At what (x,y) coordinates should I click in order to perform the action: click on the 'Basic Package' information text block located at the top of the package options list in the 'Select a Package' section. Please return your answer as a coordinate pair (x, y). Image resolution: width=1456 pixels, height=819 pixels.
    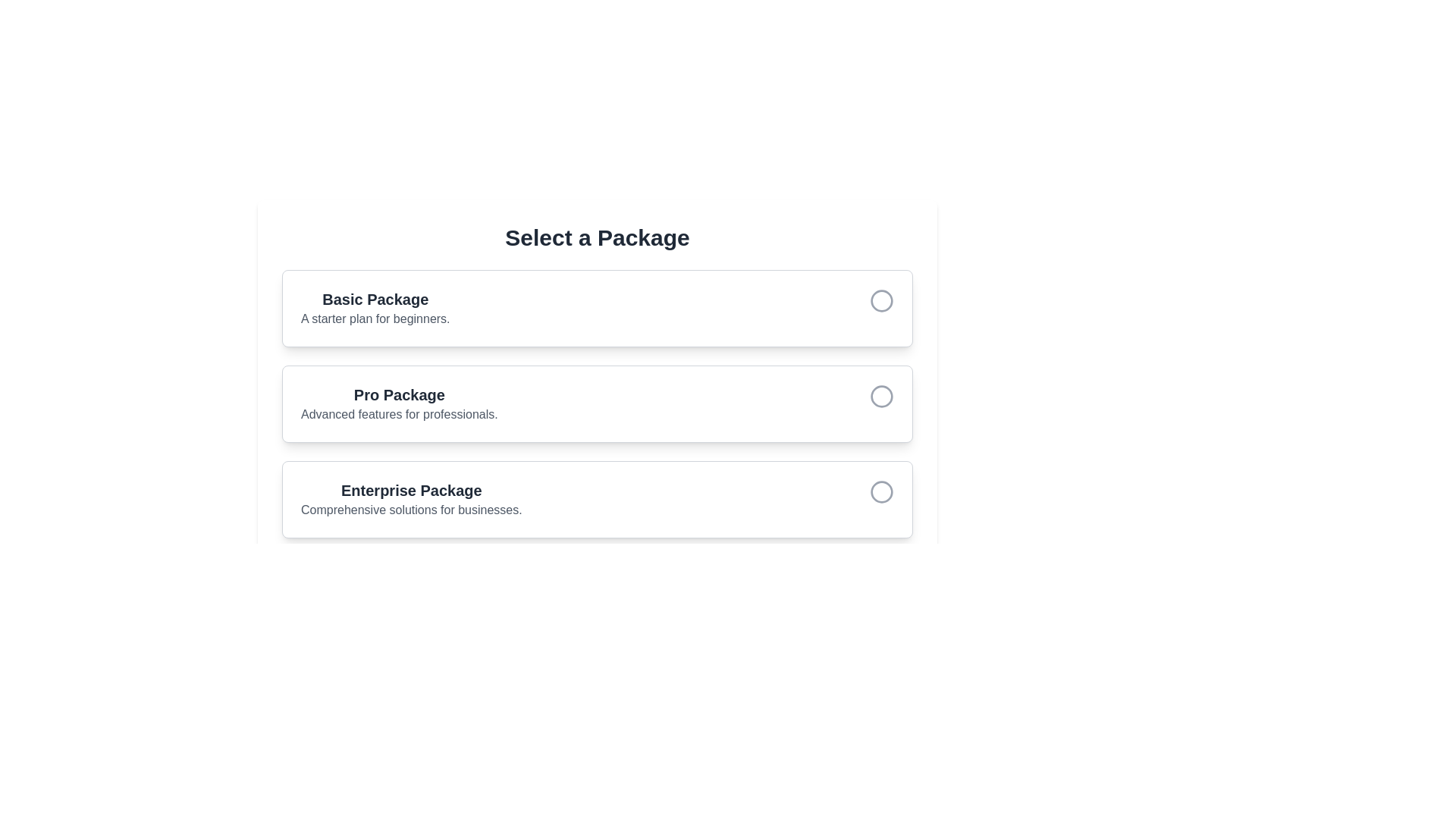
    Looking at the image, I should click on (375, 308).